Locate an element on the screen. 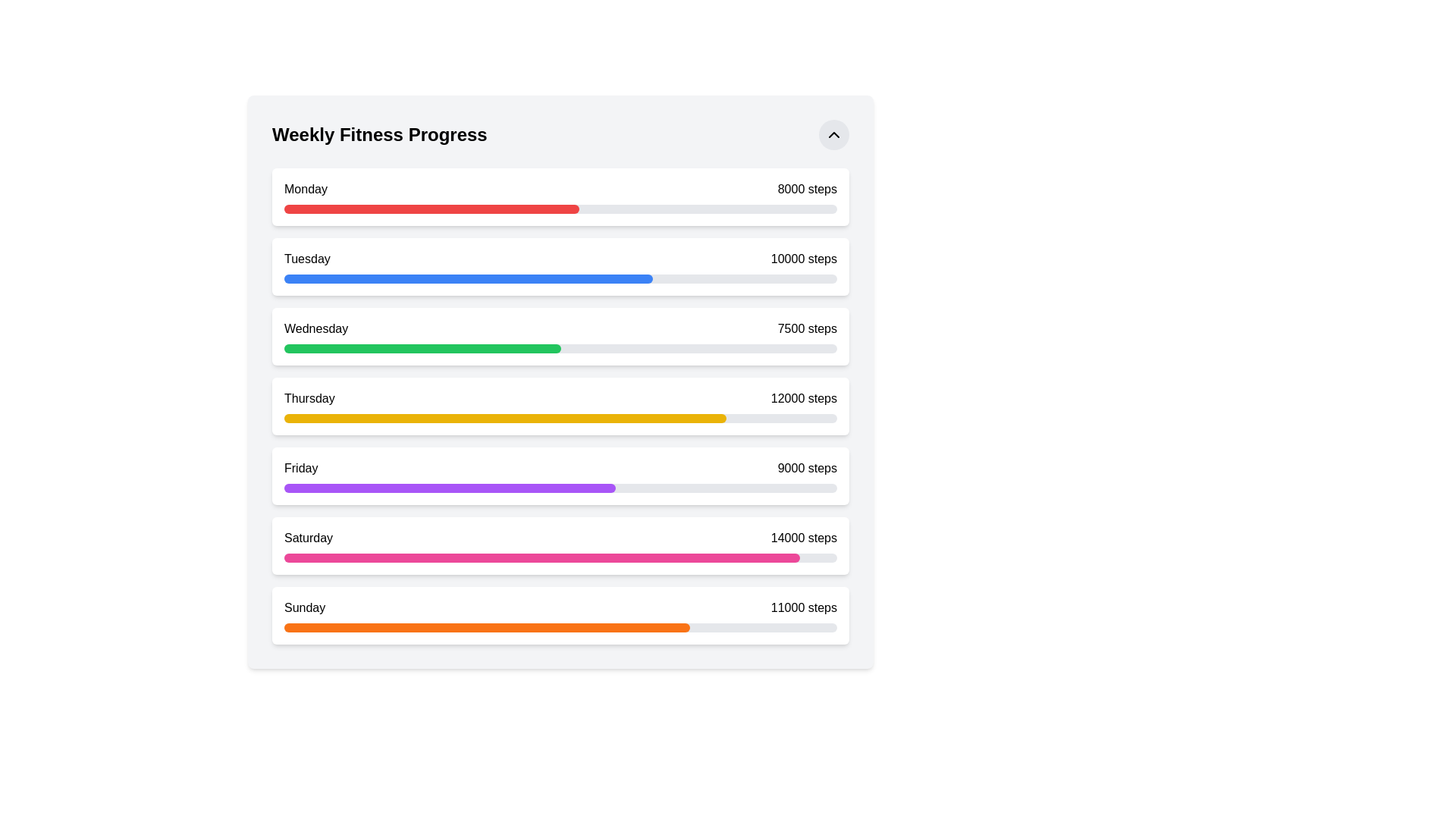  the Progress bar component displaying step count for Tuesday is located at coordinates (560, 265).